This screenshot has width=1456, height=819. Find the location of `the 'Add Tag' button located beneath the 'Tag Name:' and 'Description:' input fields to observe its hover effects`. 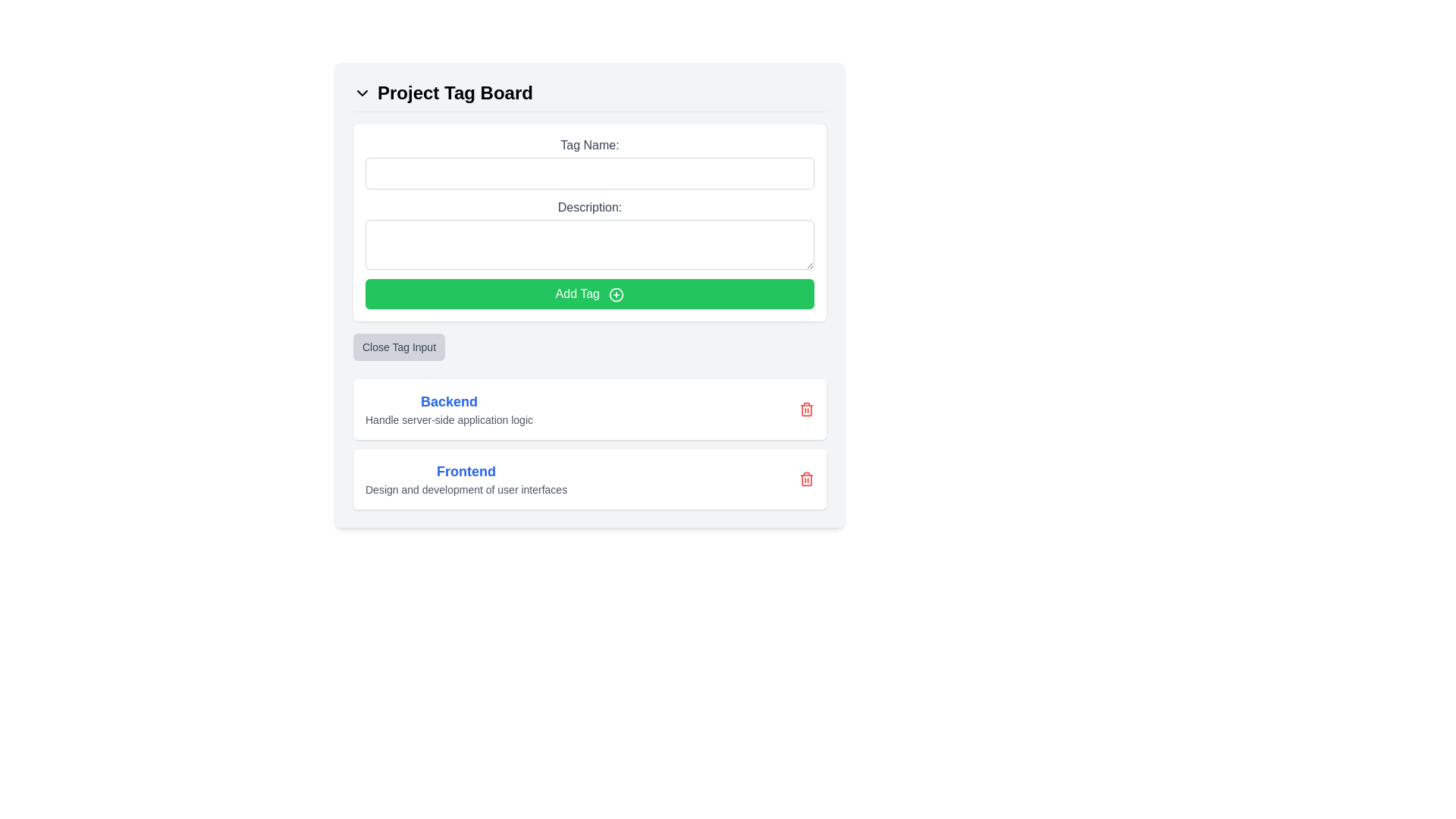

the 'Add Tag' button located beneath the 'Tag Name:' and 'Description:' input fields to observe its hover effects is located at coordinates (588, 294).